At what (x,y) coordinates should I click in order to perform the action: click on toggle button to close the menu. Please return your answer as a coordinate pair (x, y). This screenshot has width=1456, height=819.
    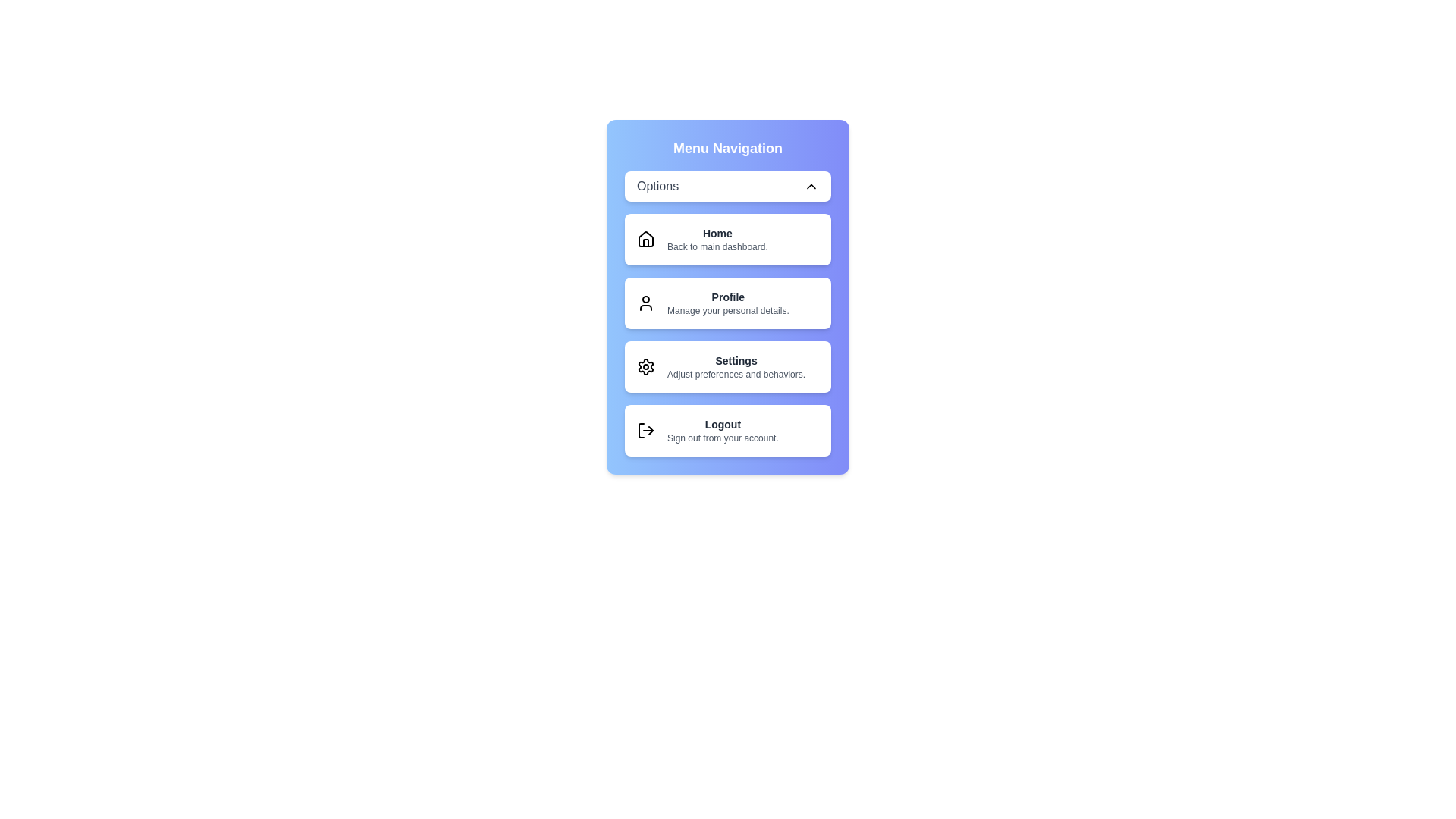
    Looking at the image, I should click on (728, 186).